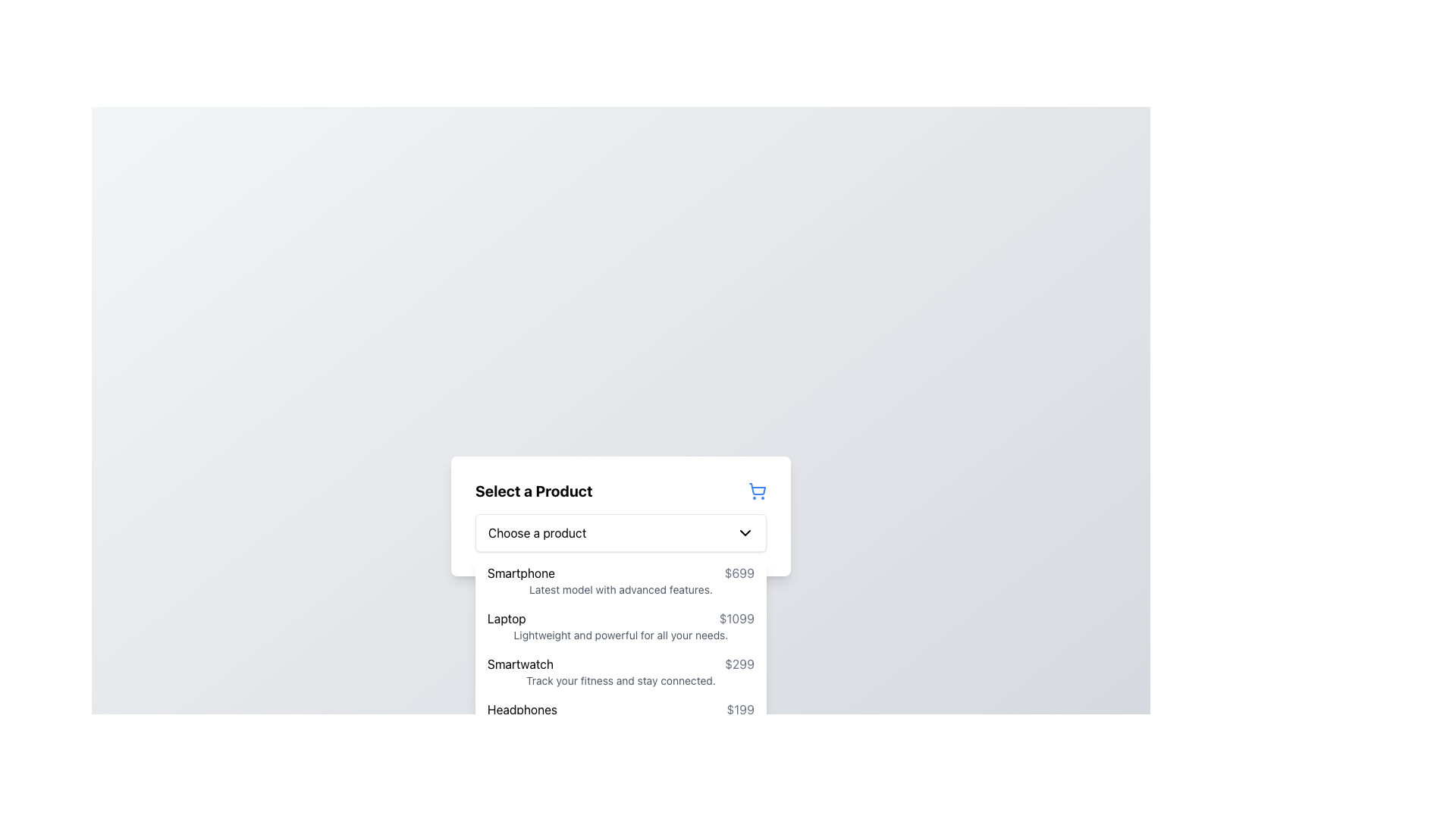 This screenshot has height=819, width=1456. What do you see at coordinates (621, 580) in the screenshot?
I see `the first list item displaying a smartphone product's name and price` at bounding box center [621, 580].